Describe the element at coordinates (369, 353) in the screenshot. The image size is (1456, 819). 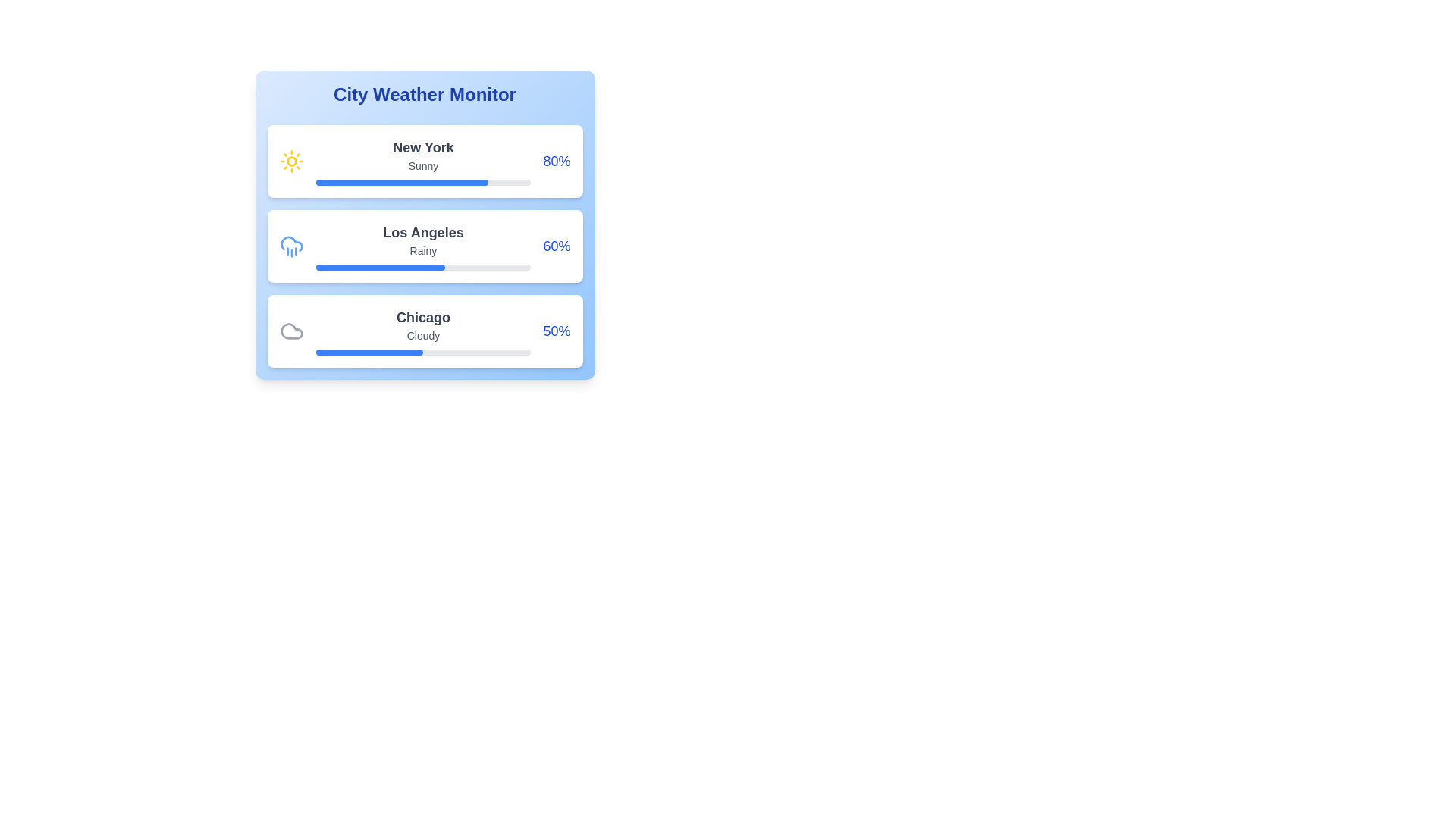
I see `the filled portion of the blue progress bar located in the third progress bar of the 'Chicago' card within the 'City Weather Monitor' section` at that location.